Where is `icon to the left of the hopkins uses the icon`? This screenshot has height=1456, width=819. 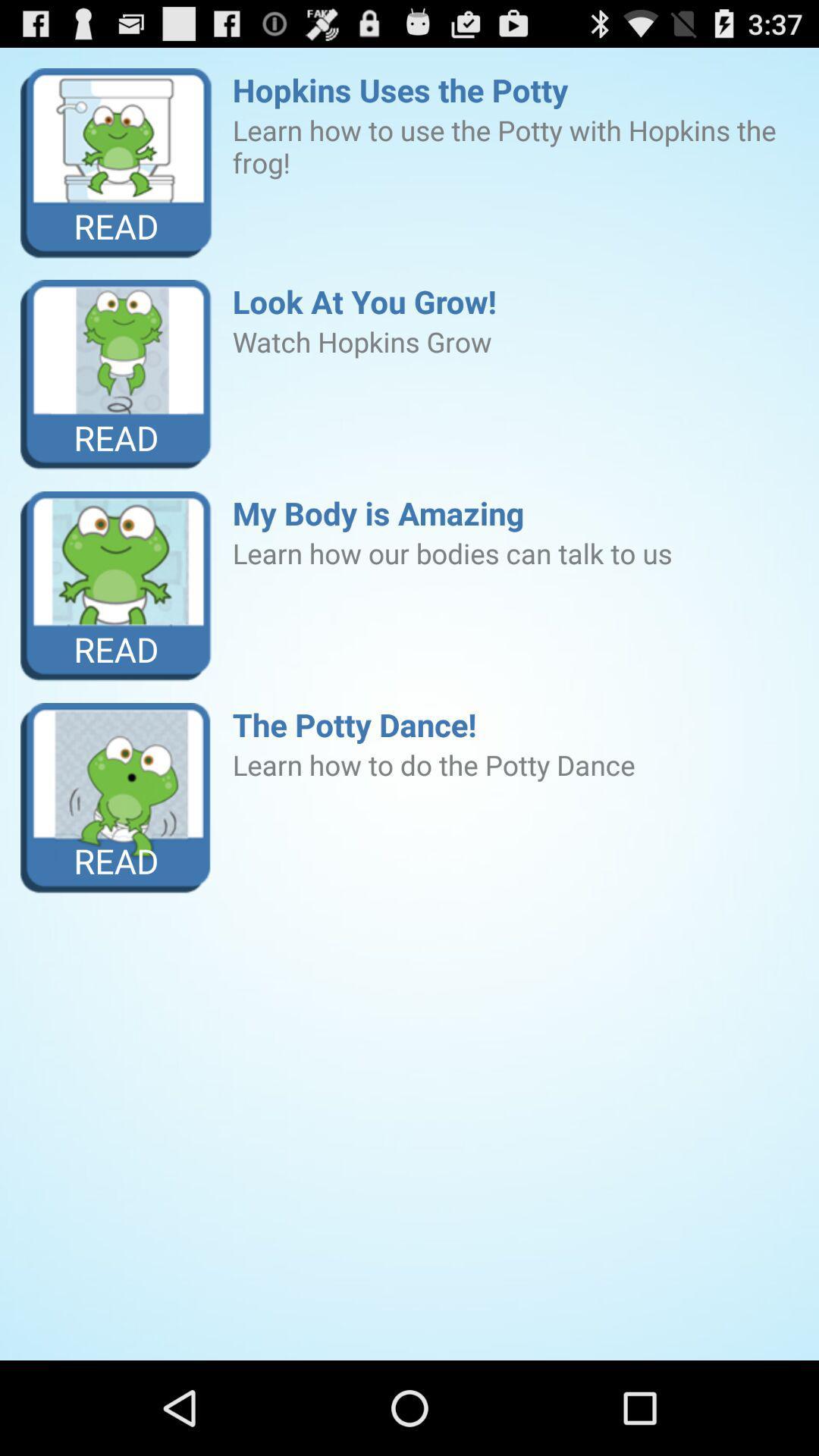 icon to the left of the hopkins uses the icon is located at coordinates (115, 164).